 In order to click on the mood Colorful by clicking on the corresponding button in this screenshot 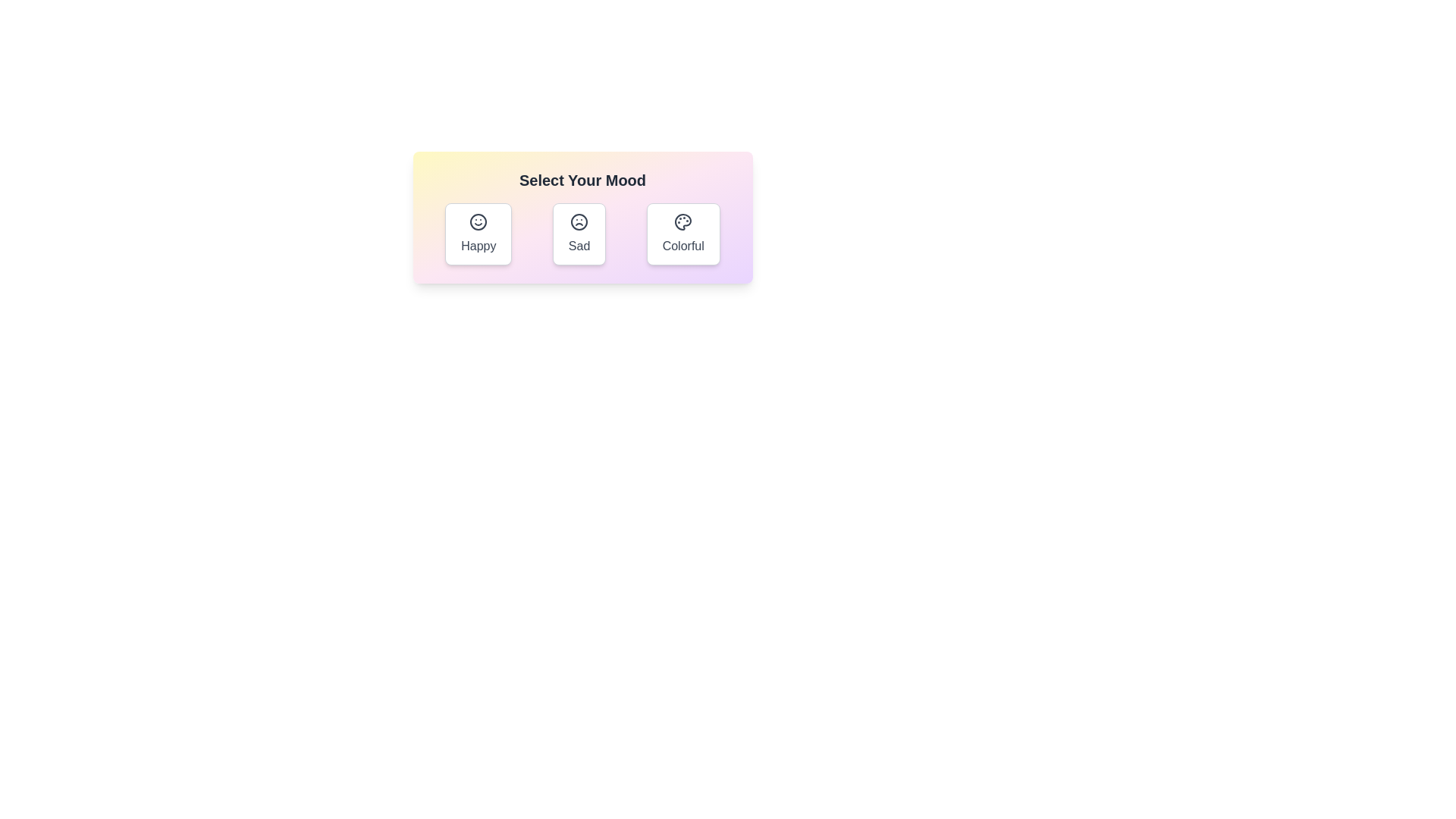, I will do `click(682, 234)`.